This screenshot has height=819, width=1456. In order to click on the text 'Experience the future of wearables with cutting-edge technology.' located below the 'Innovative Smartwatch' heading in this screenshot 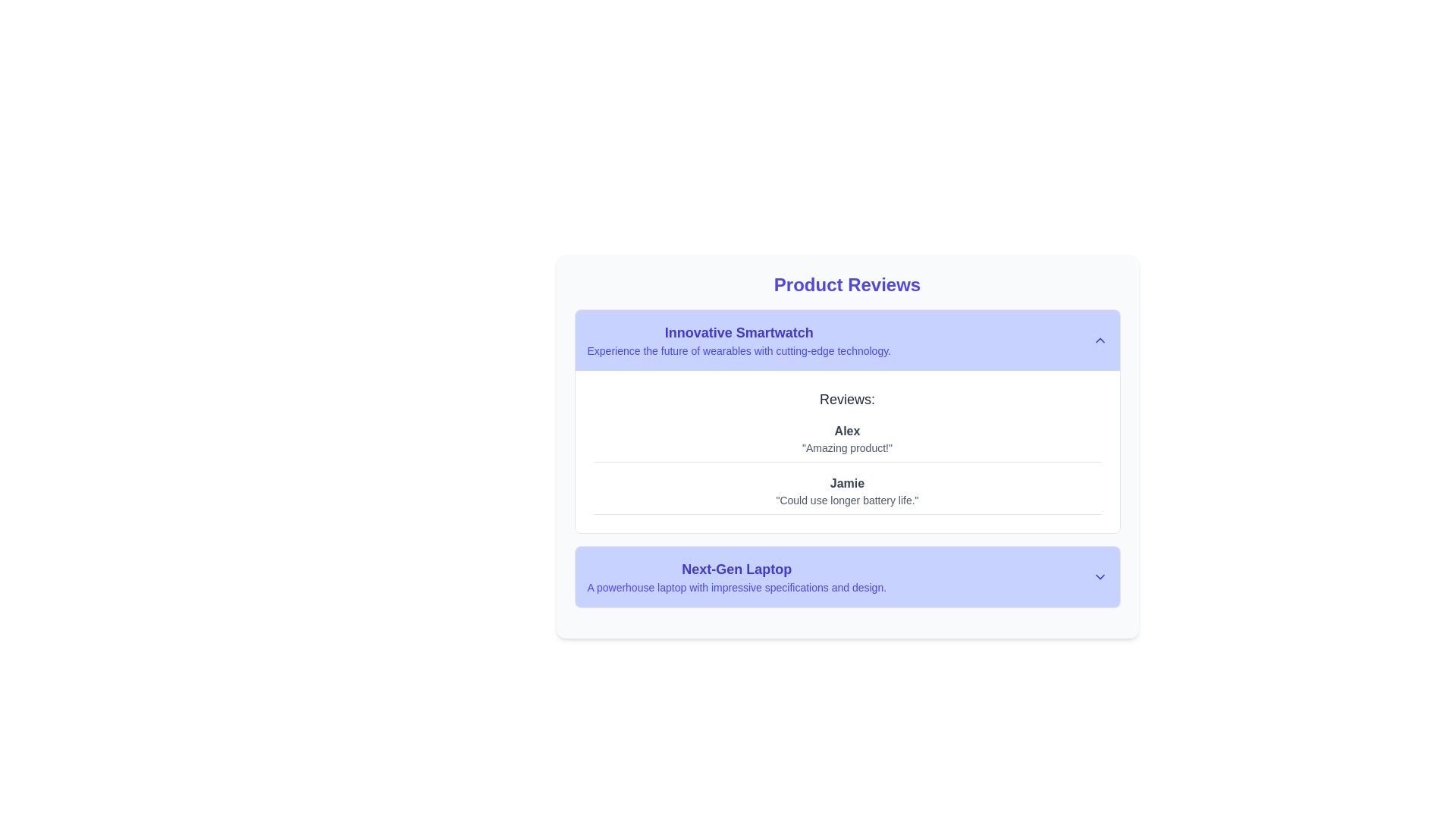, I will do `click(739, 350)`.